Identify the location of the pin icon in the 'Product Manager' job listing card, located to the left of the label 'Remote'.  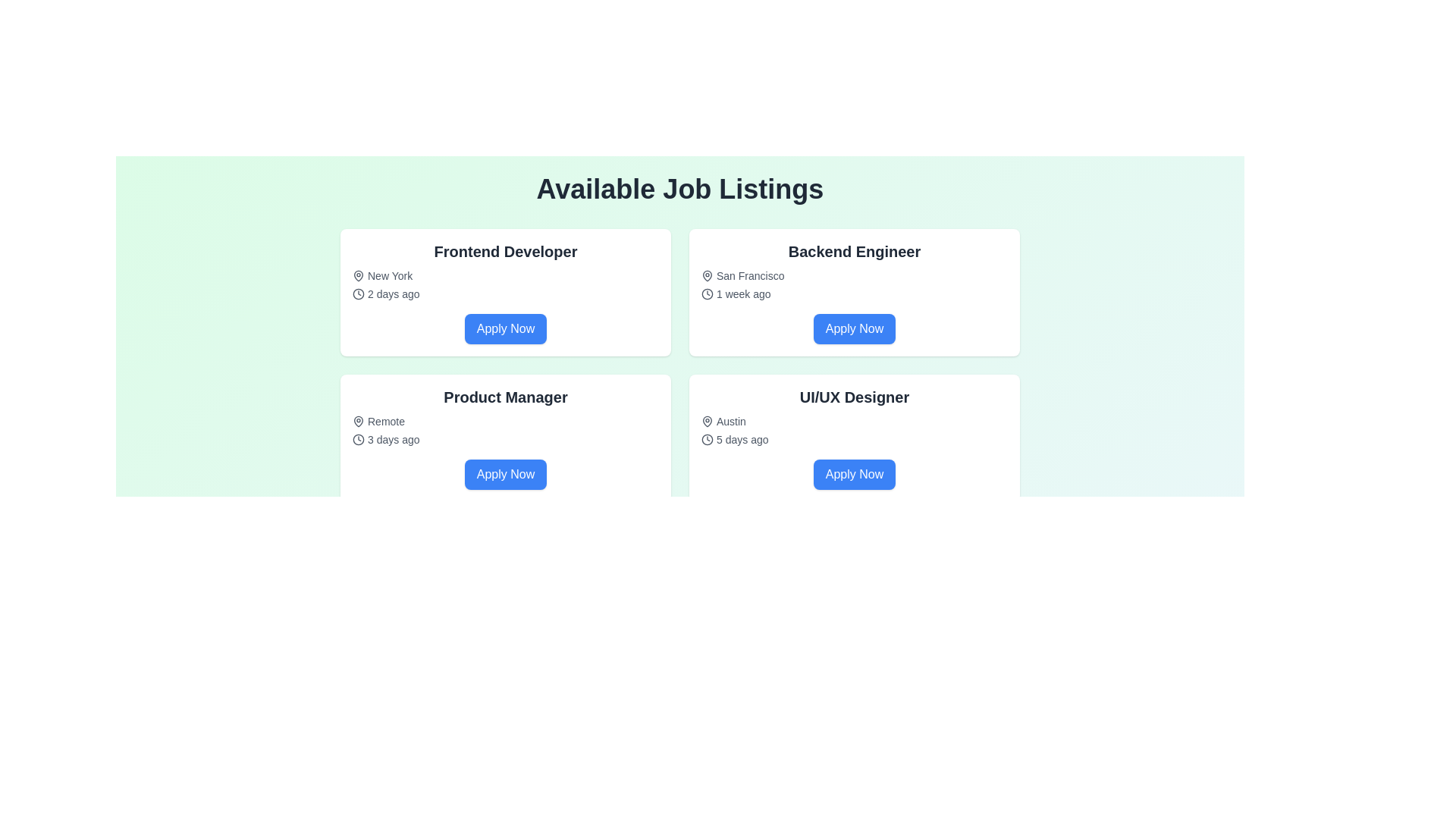
(358, 421).